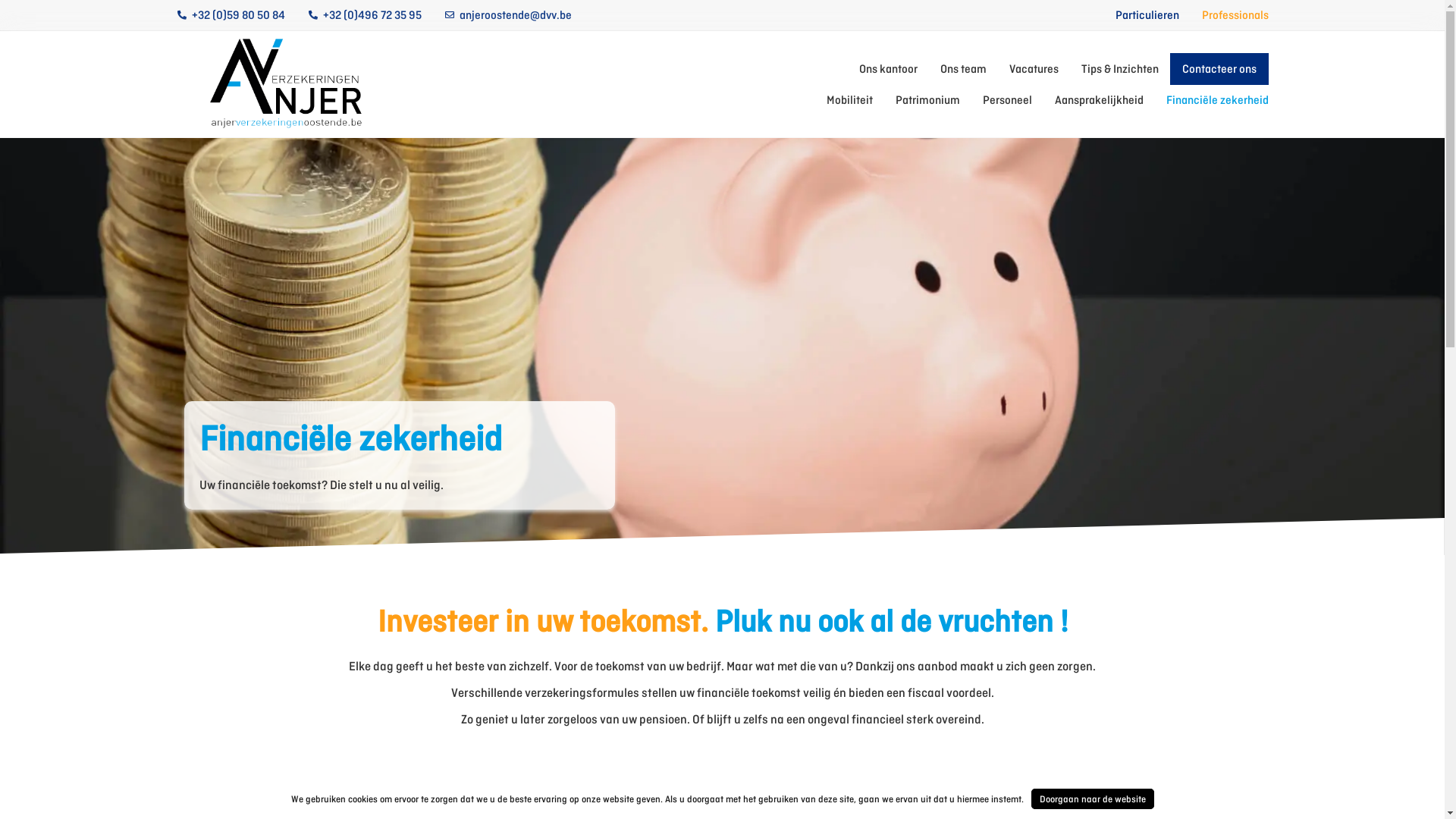  Describe the element at coordinates (364, 14) in the screenshot. I see `'+32 (0)496 72 35 95'` at that location.